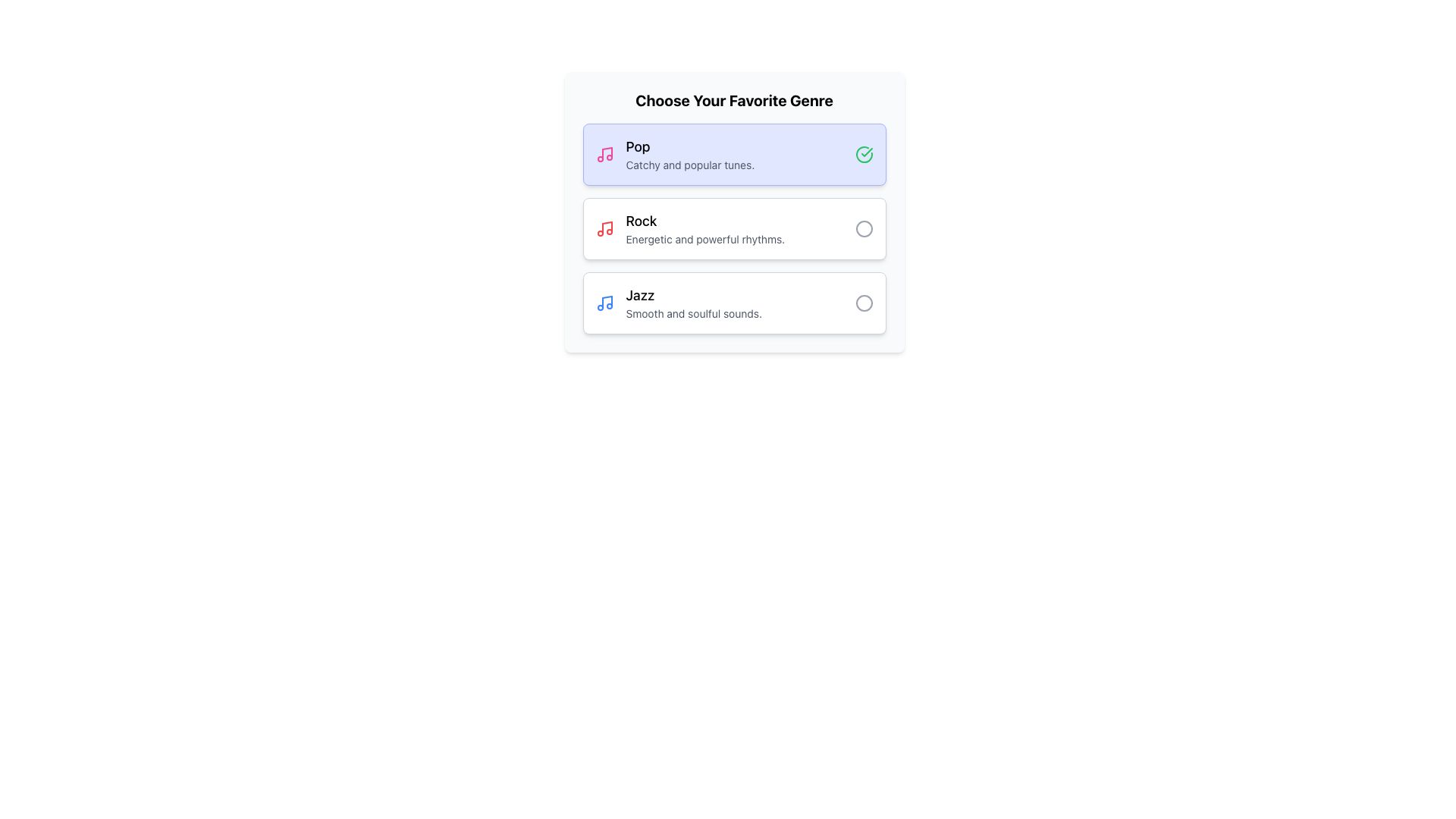 Image resolution: width=1456 pixels, height=819 pixels. What do you see at coordinates (740, 165) in the screenshot?
I see `additional information text label providing details about the 'Pop' genre, which is located beneath the title 'Pop' in the genre selection list` at bounding box center [740, 165].